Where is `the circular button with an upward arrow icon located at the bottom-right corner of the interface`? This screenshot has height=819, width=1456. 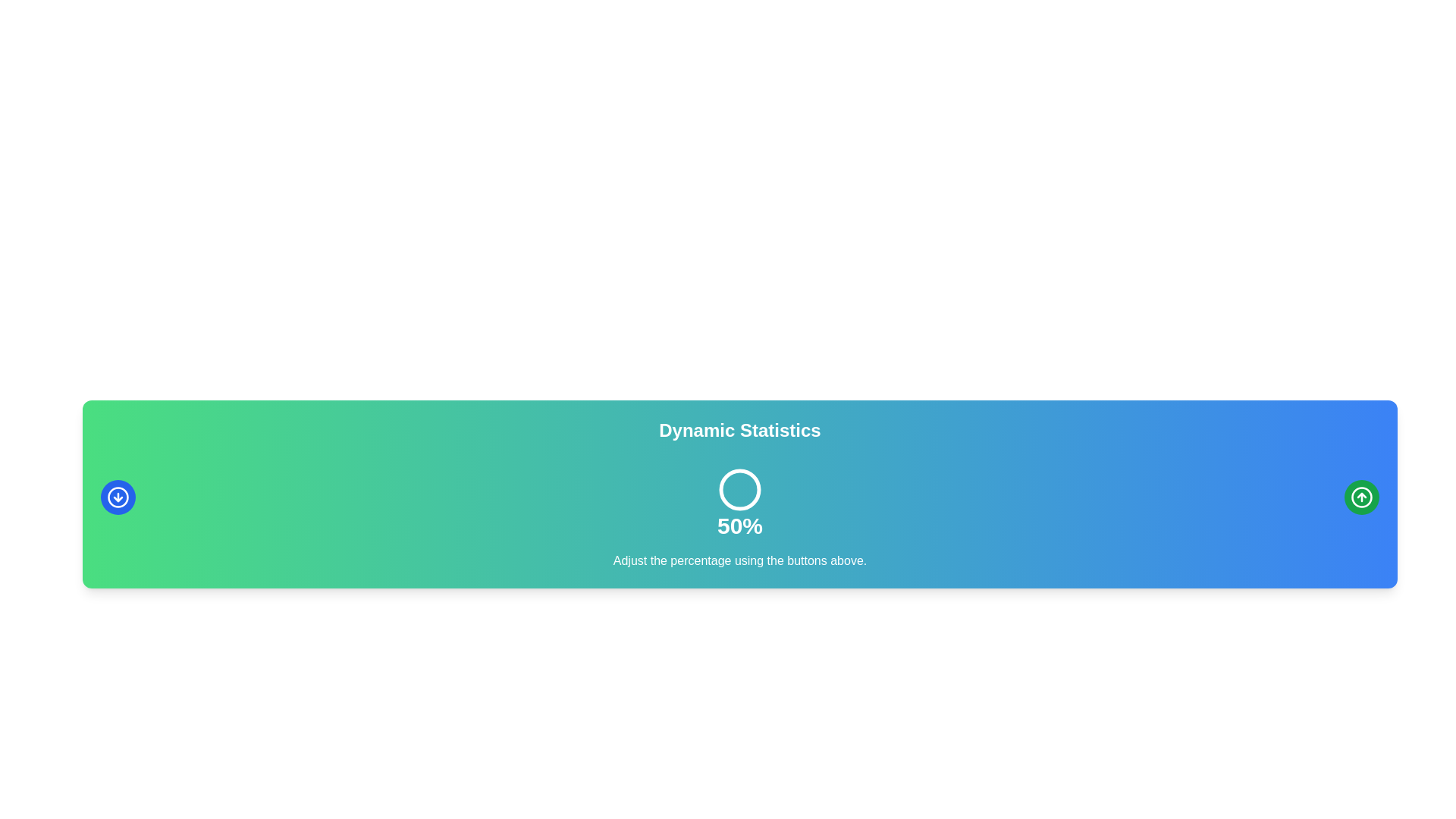
the circular button with an upward arrow icon located at the bottom-right corner of the interface is located at coordinates (1361, 497).